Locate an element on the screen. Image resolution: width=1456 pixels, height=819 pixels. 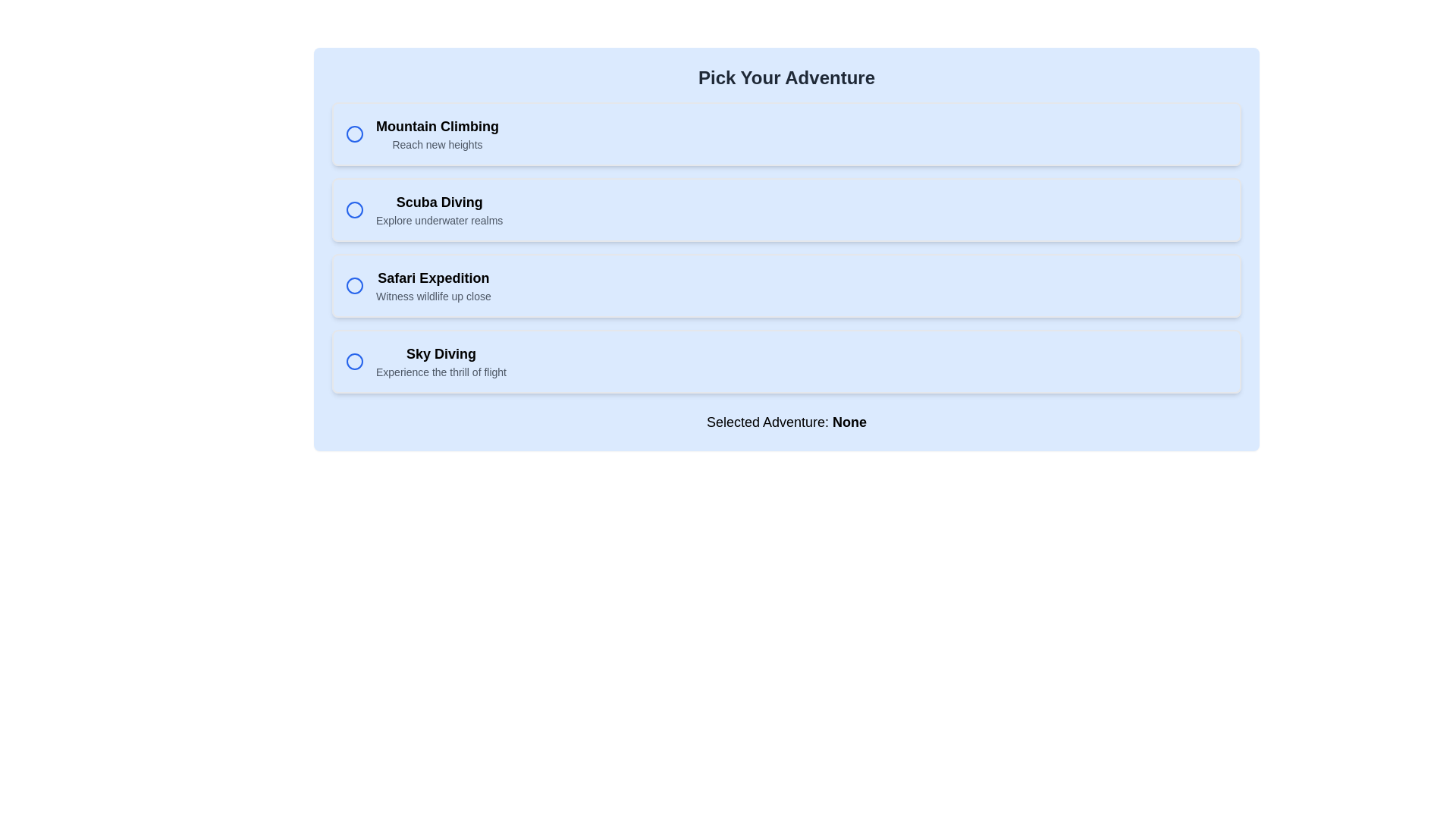
the 'Safari Expedition' text label, which serves as a title for the adventure choice, located in the third selectable option block above the descriptive text 'Witness wildlife up close' is located at coordinates (432, 278).